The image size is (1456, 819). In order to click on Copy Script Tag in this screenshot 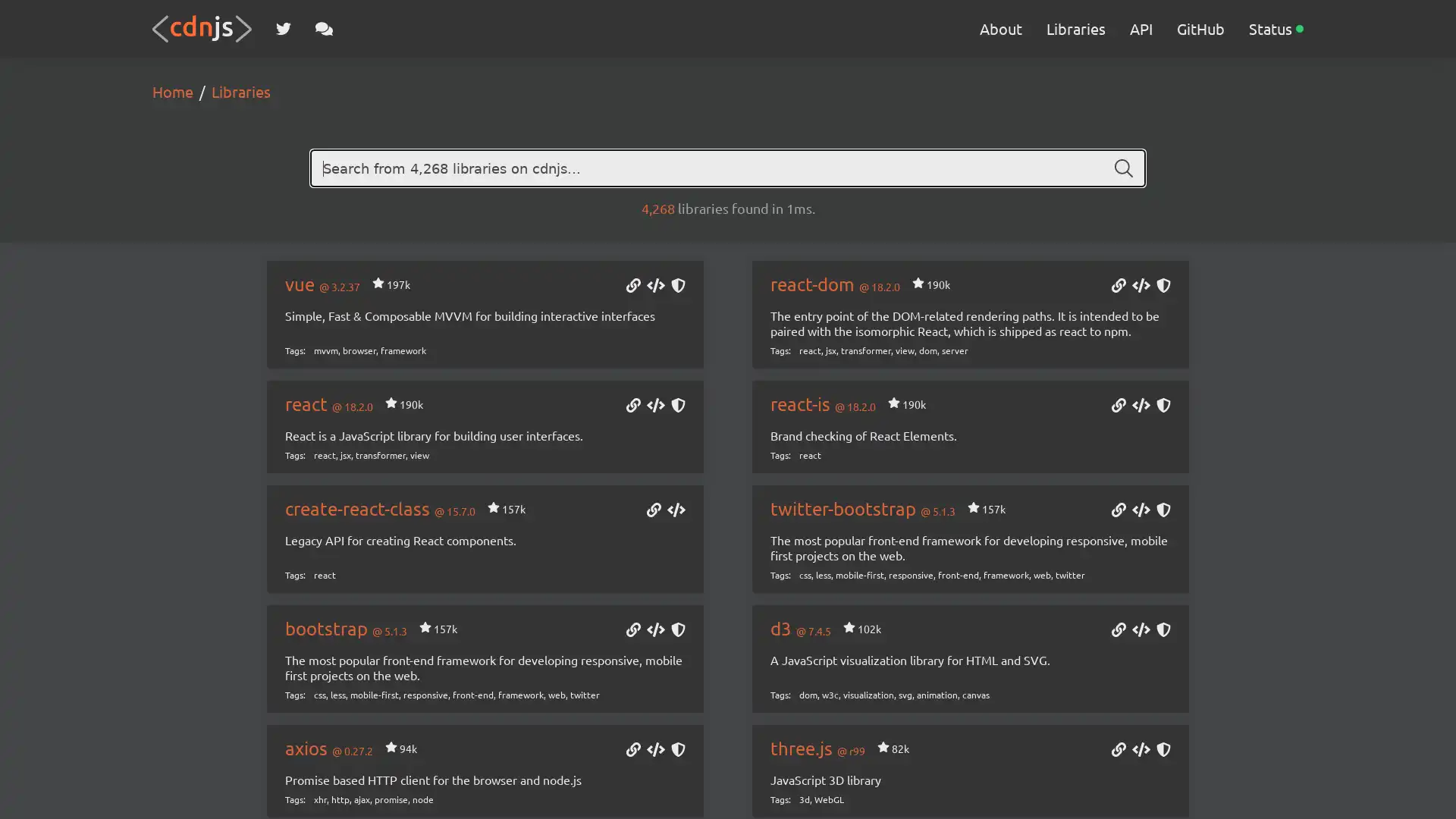, I will do `click(1140, 751)`.